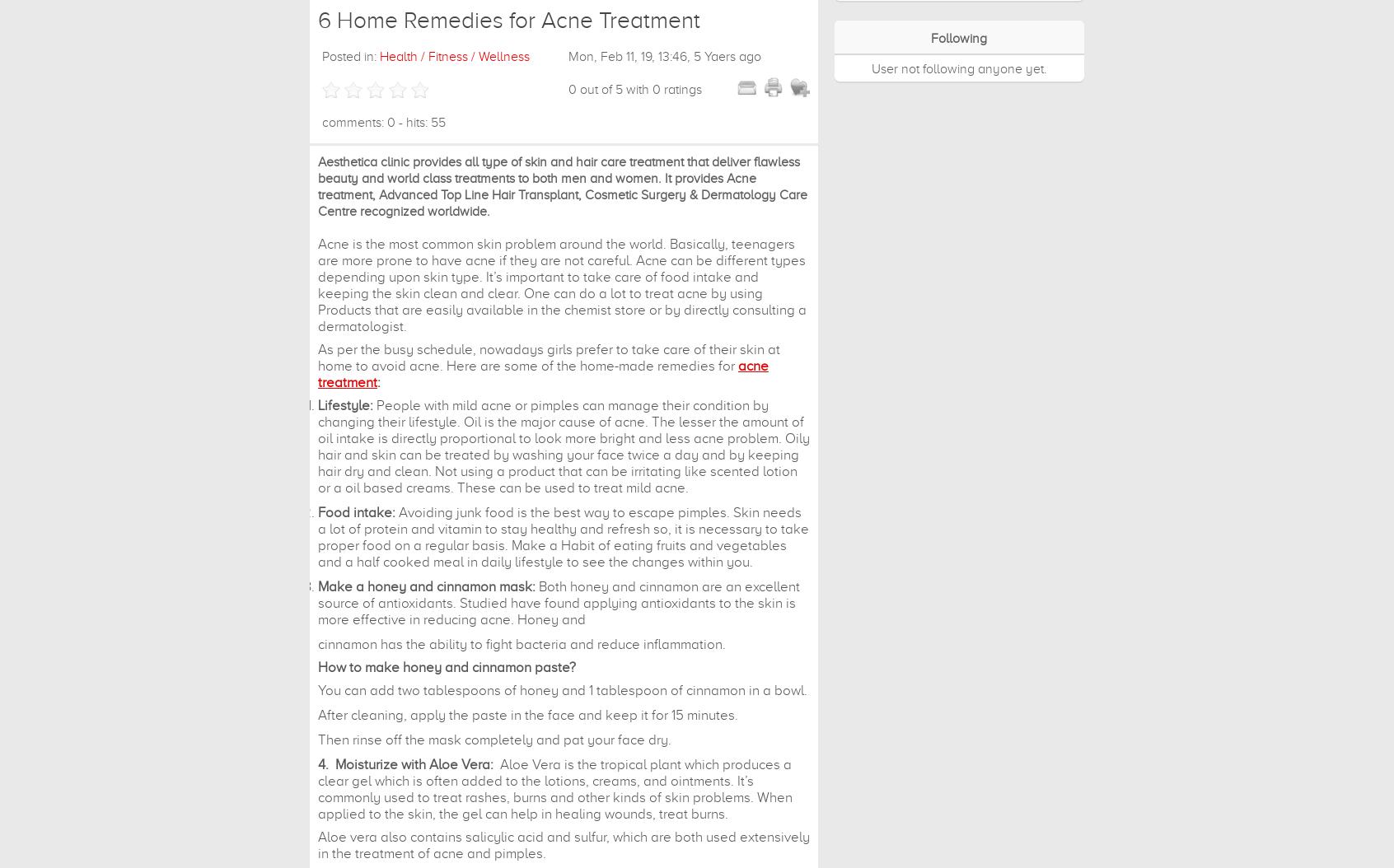 The image size is (1394, 868). What do you see at coordinates (634, 89) in the screenshot?
I see `'0 out of 5 with 0 ratings'` at bounding box center [634, 89].